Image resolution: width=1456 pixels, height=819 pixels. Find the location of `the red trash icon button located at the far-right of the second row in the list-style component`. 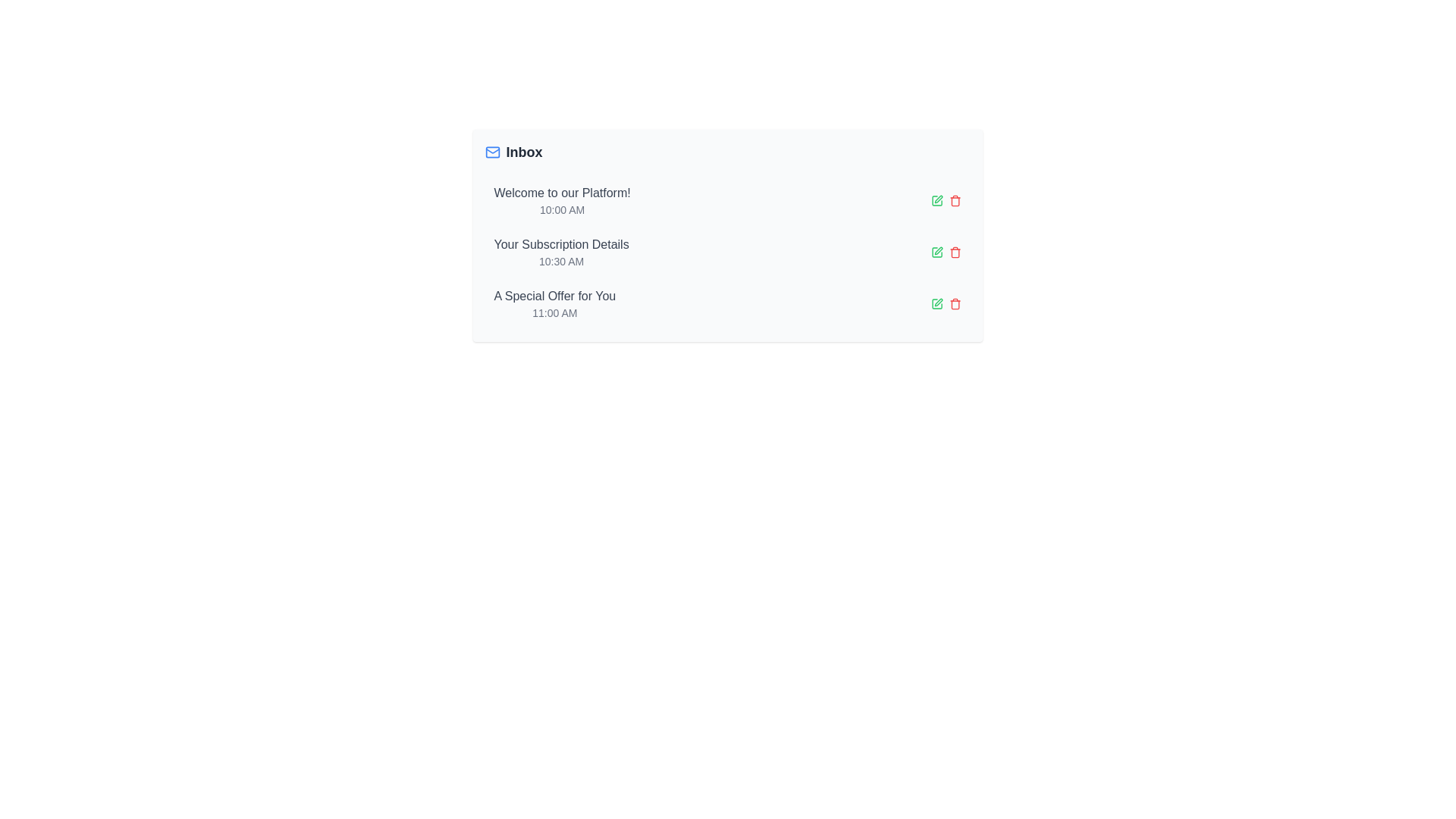

the red trash icon button located at the far-right of the second row in the list-style component is located at coordinates (954, 200).